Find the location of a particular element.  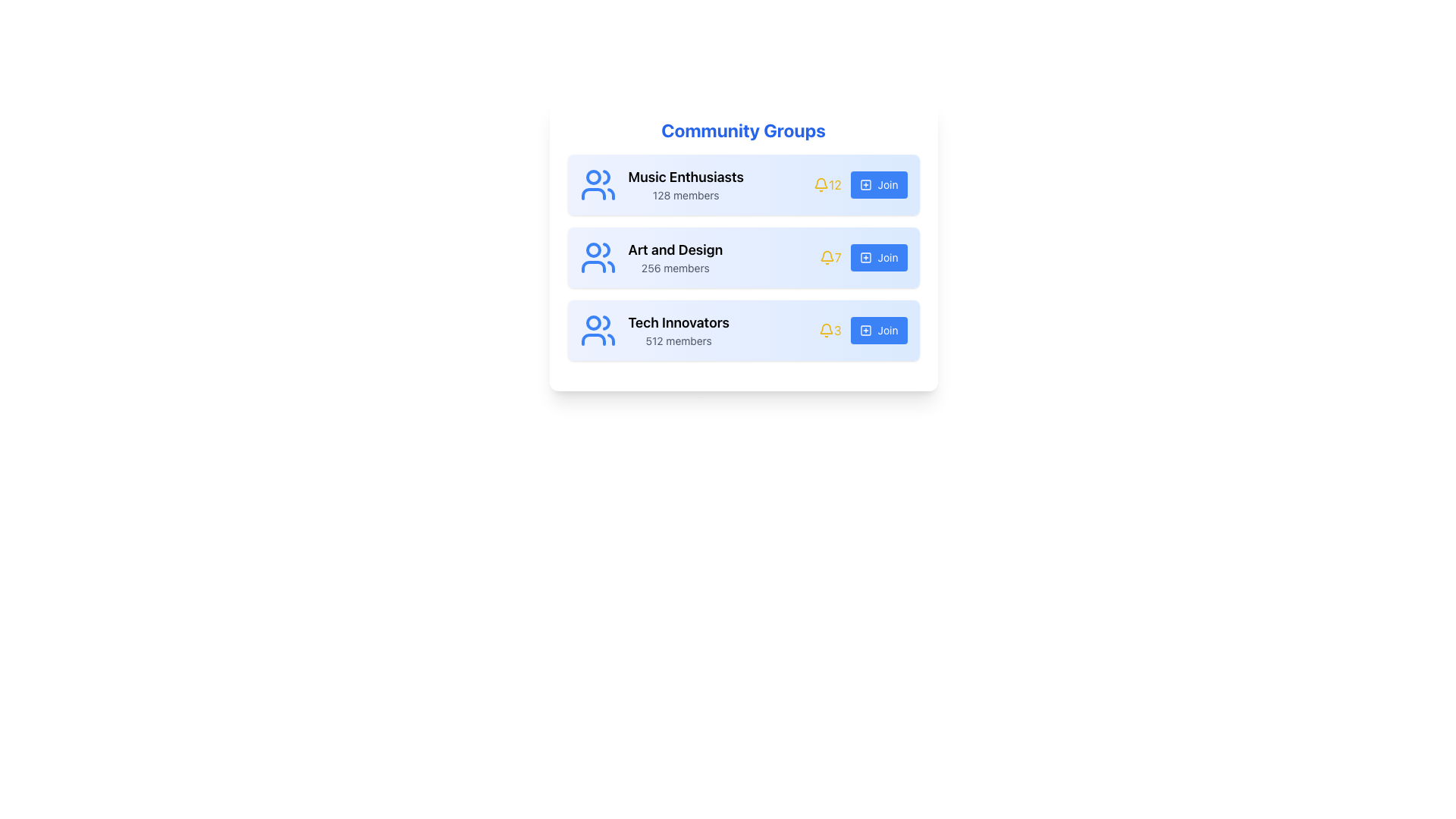

the icon located in the third blue 'Join' button on the right side of the 'Tech Innovators' row, which serves as a symbolic indicator for adding or joining is located at coordinates (865, 329).